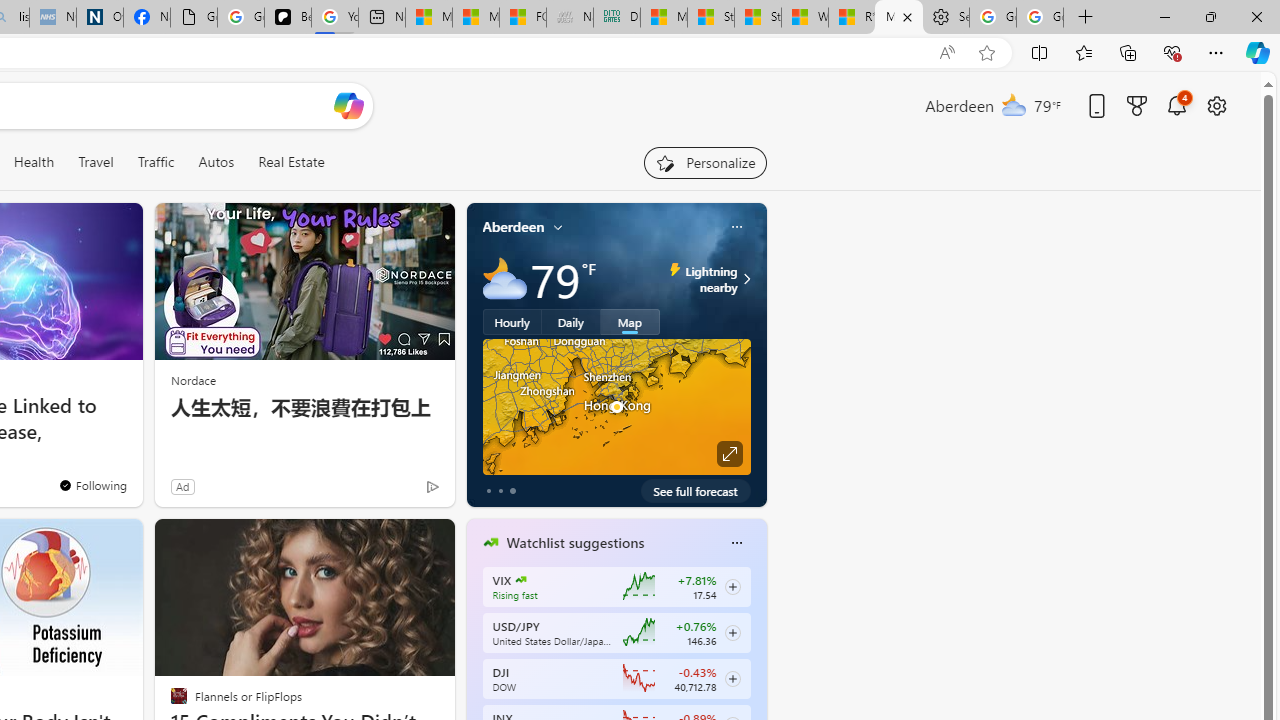 This screenshot has width=1280, height=720. I want to click on 'Autos', so click(216, 161).